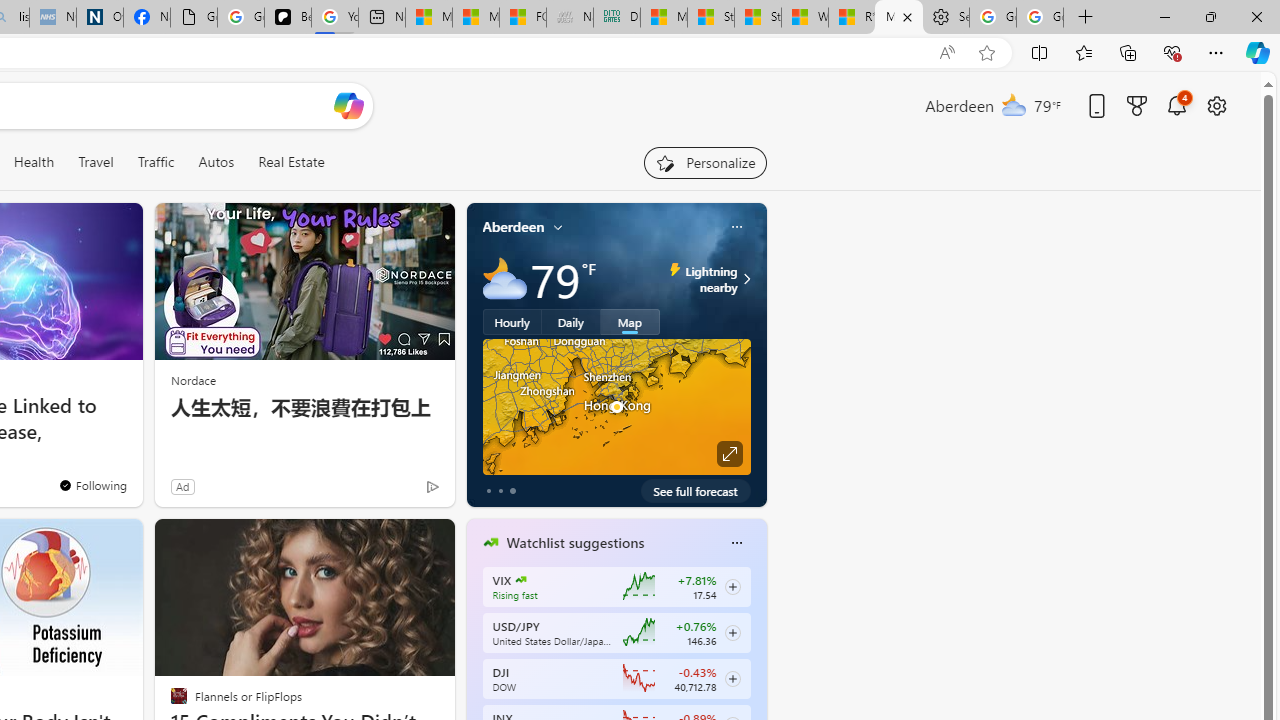 This screenshot has width=1280, height=720. I want to click on 'Autos', so click(216, 161).